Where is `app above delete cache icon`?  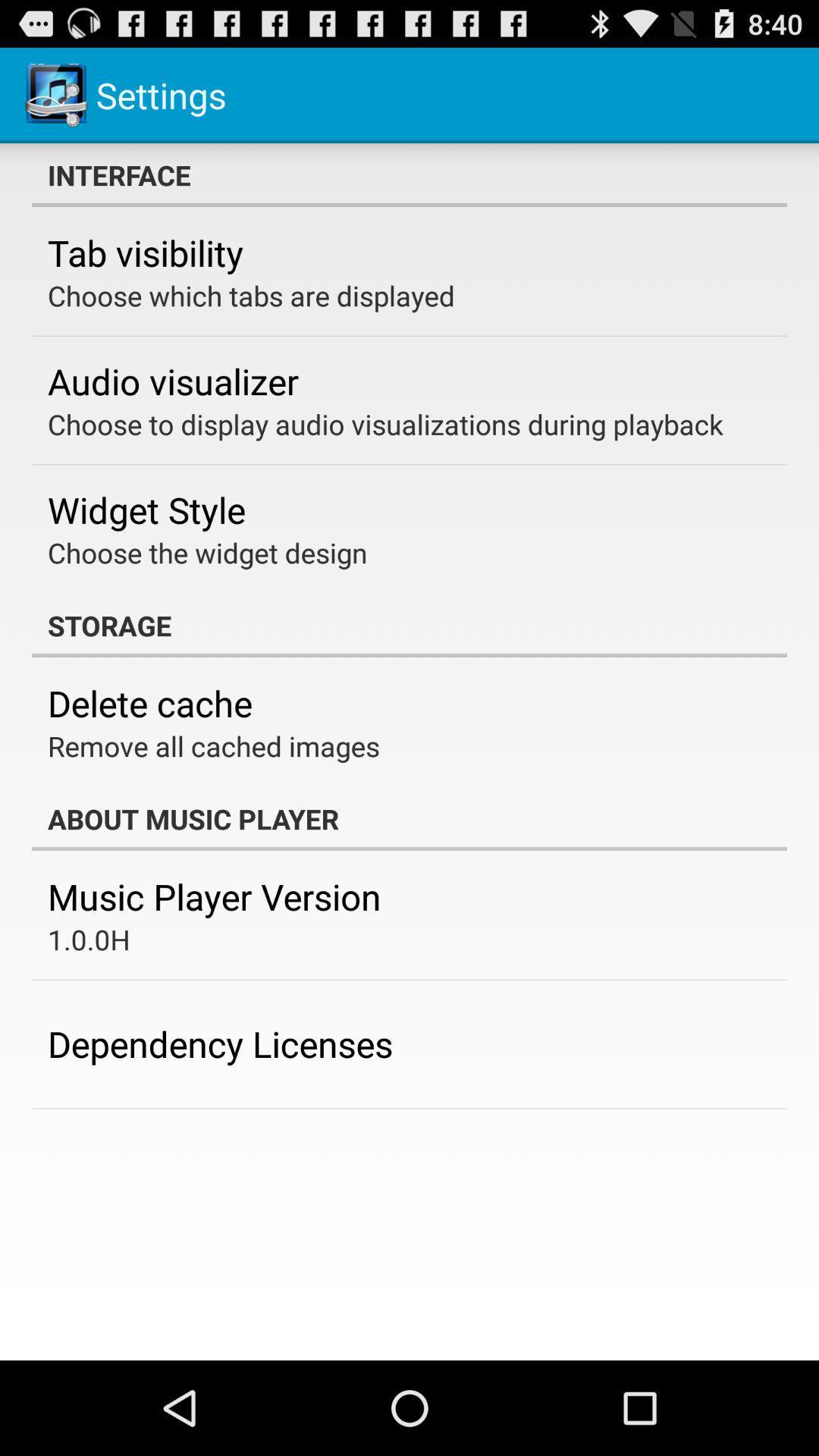
app above delete cache icon is located at coordinates (409, 626).